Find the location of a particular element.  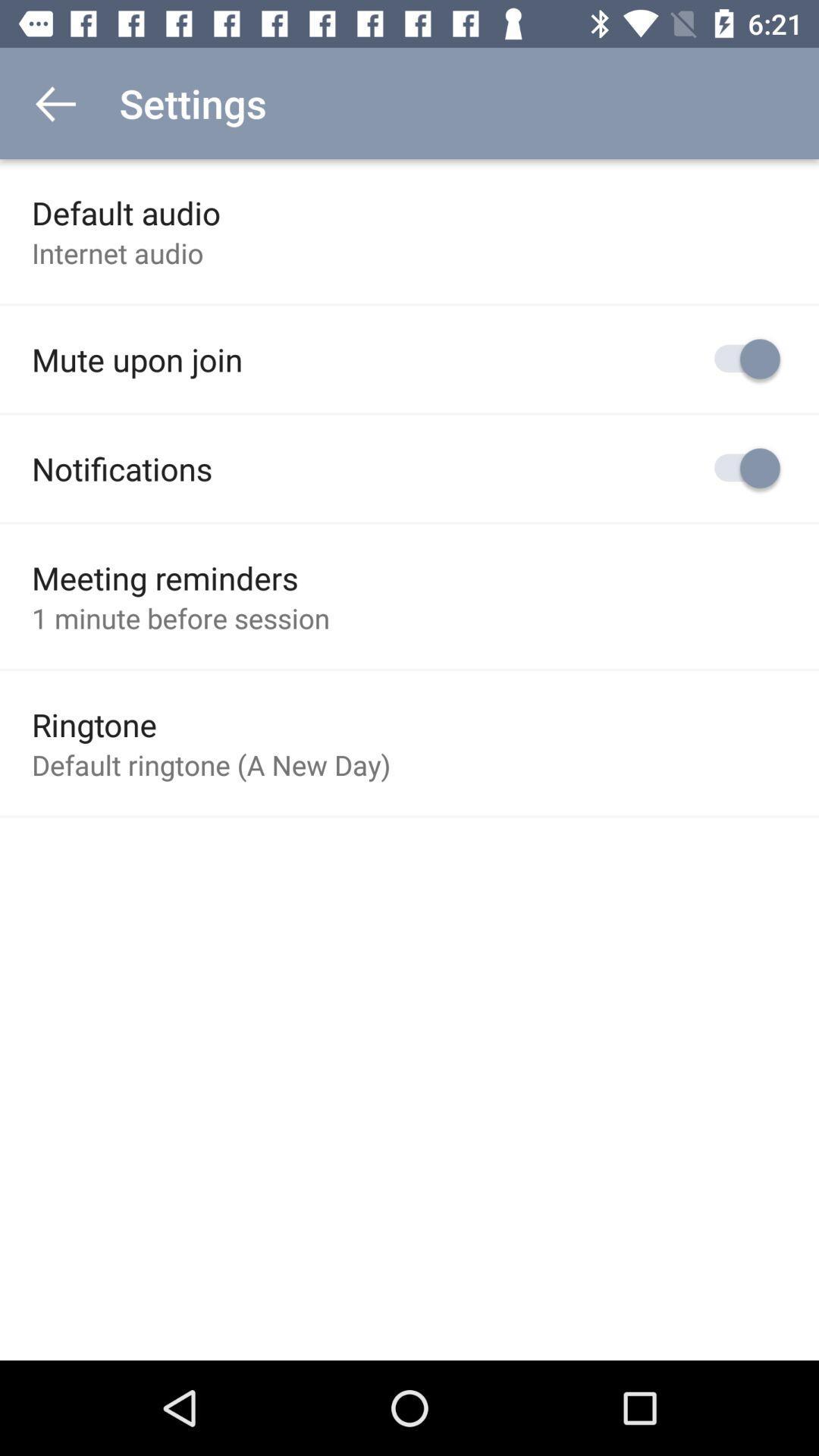

default audio is located at coordinates (125, 212).